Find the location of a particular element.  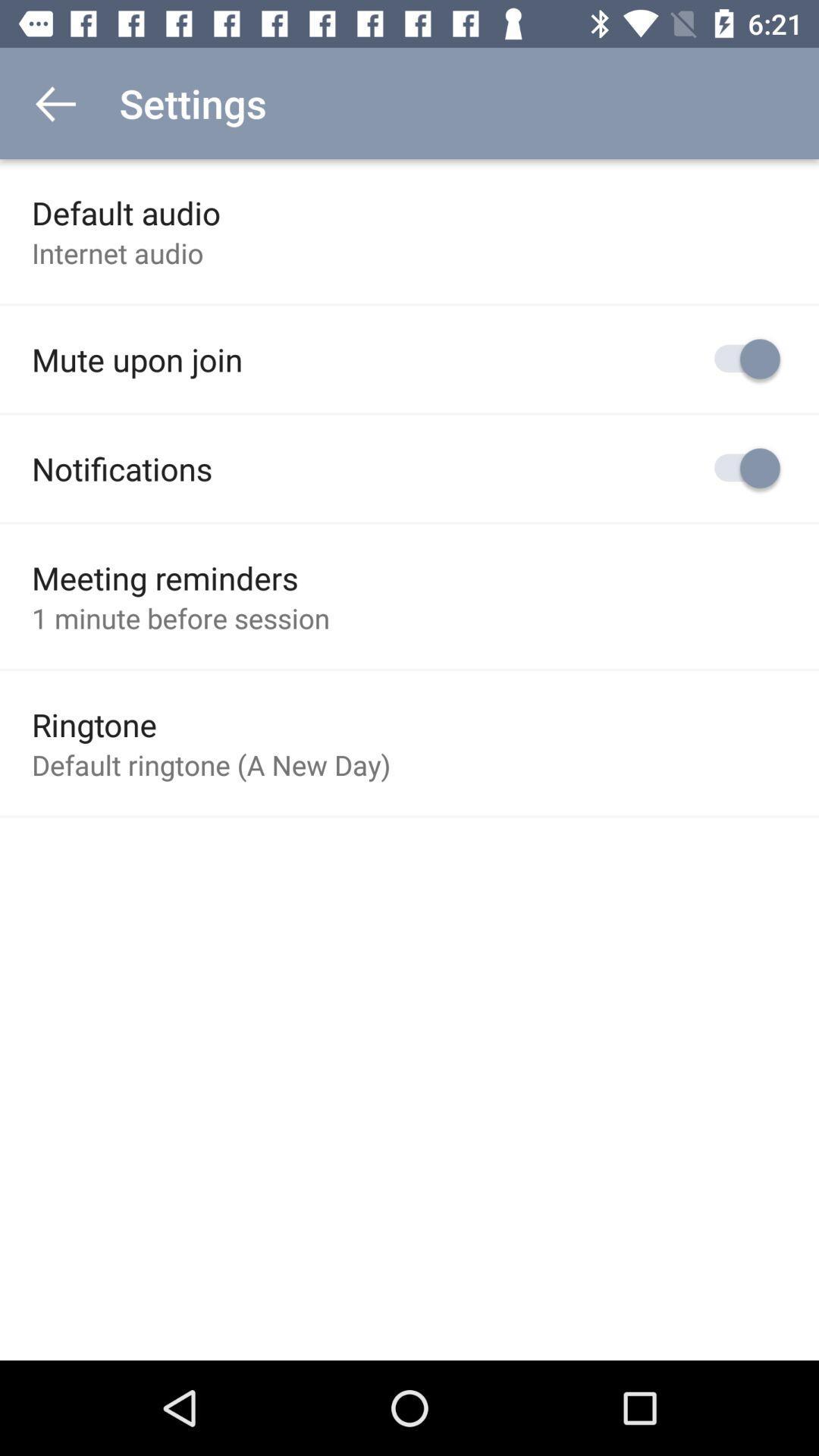

default audio is located at coordinates (125, 212).